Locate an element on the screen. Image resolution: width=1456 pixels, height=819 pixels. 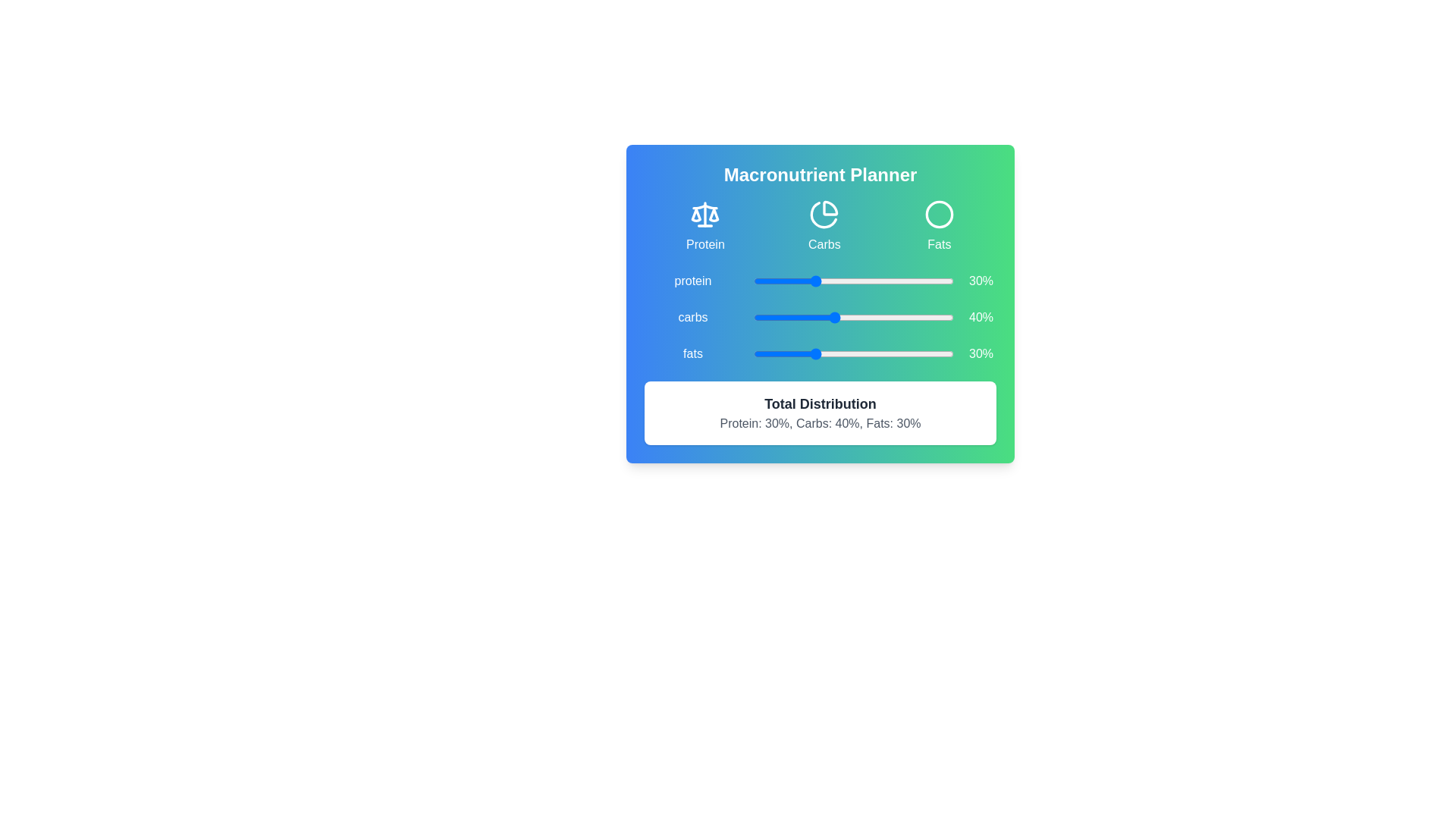
the text label displaying '30%' which is styled with a white font on a green background, located at the rightmost end of the 'protein' row in the macronutrient planner interface is located at coordinates (981, 281).